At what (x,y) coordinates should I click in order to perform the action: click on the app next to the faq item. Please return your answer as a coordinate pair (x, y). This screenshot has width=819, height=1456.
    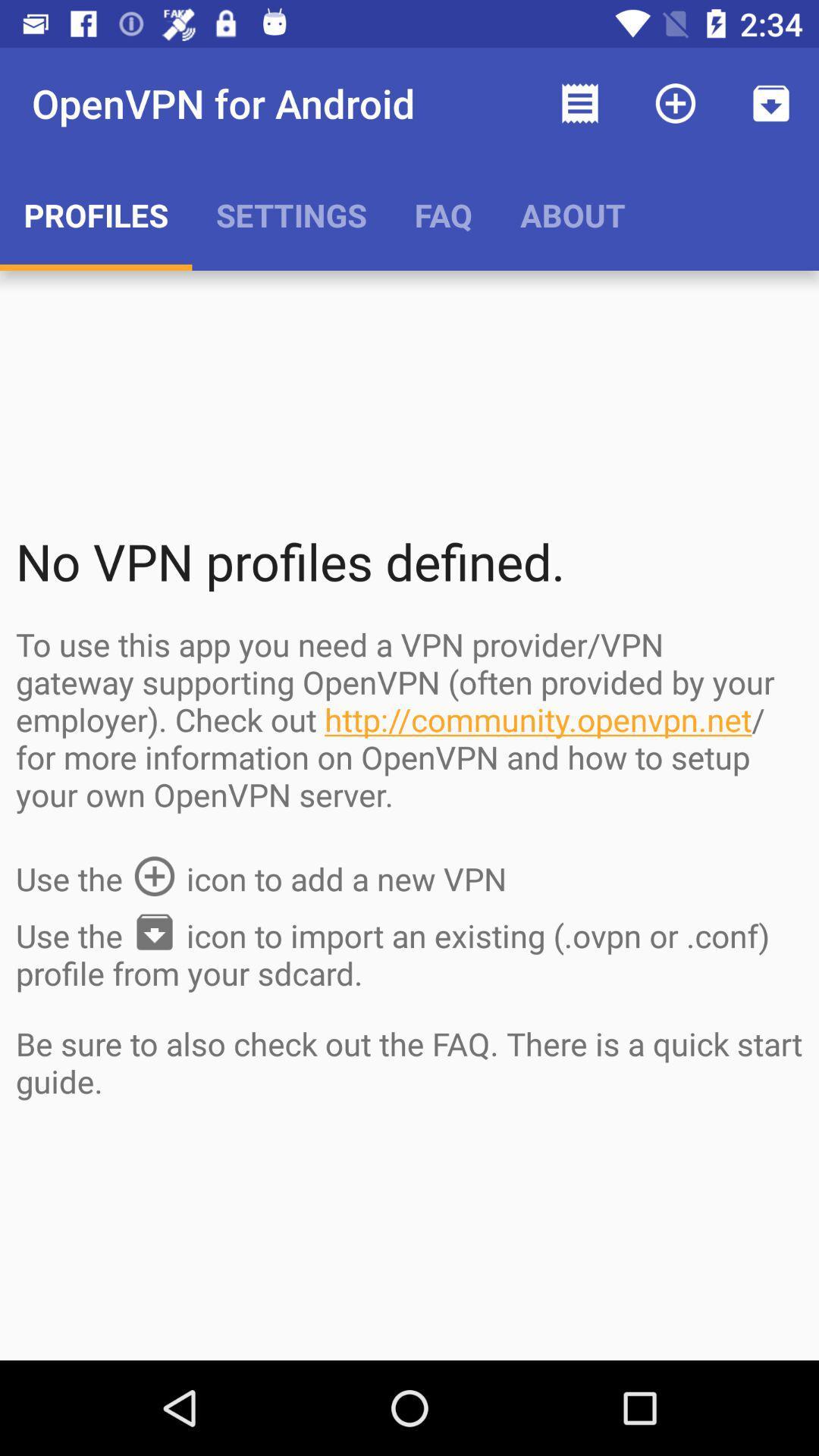
    Looking at the image, I should click on (291, 214).